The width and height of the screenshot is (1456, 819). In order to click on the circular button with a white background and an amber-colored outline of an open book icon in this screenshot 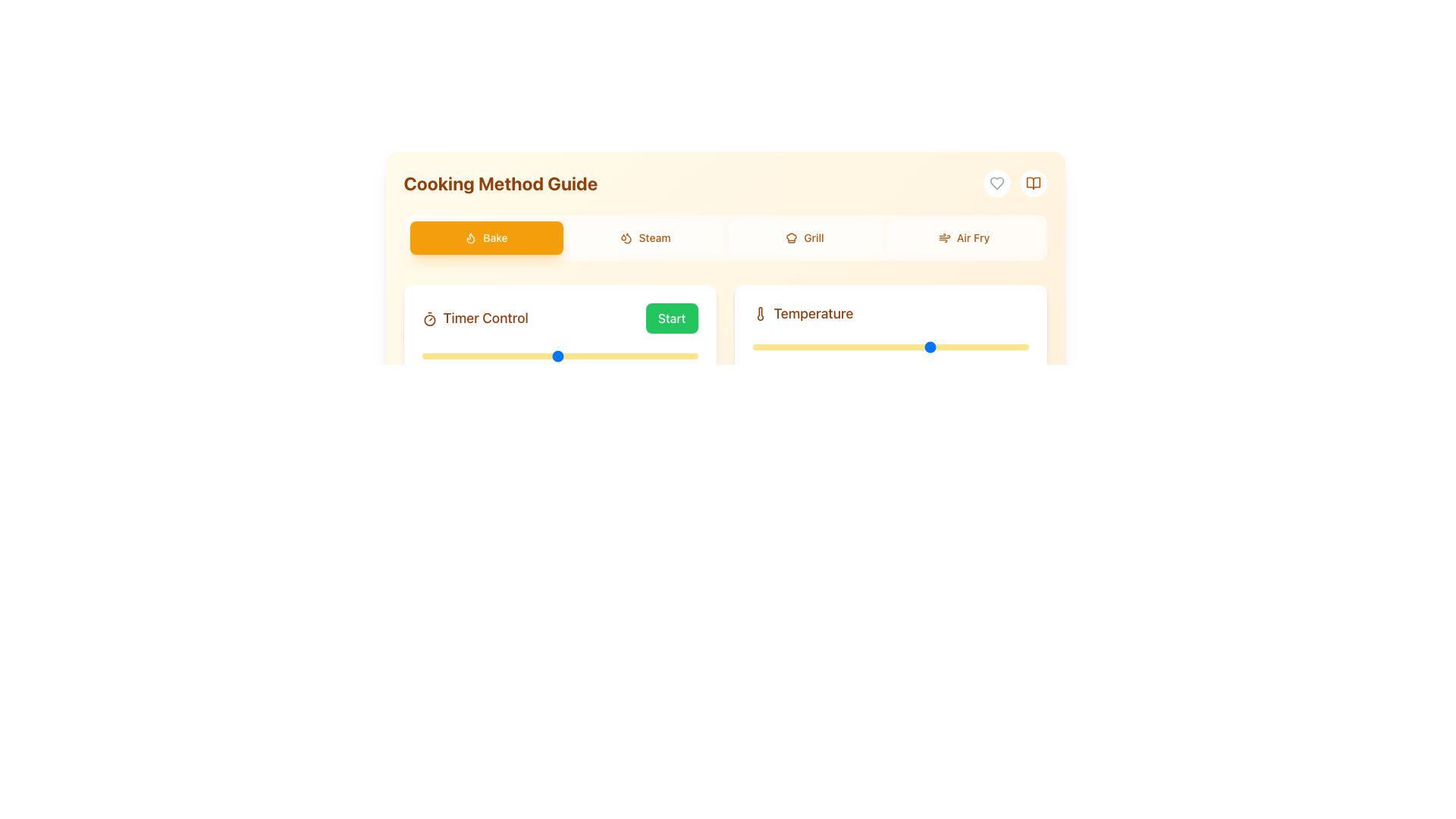, I will do `click(1032, 183)`.